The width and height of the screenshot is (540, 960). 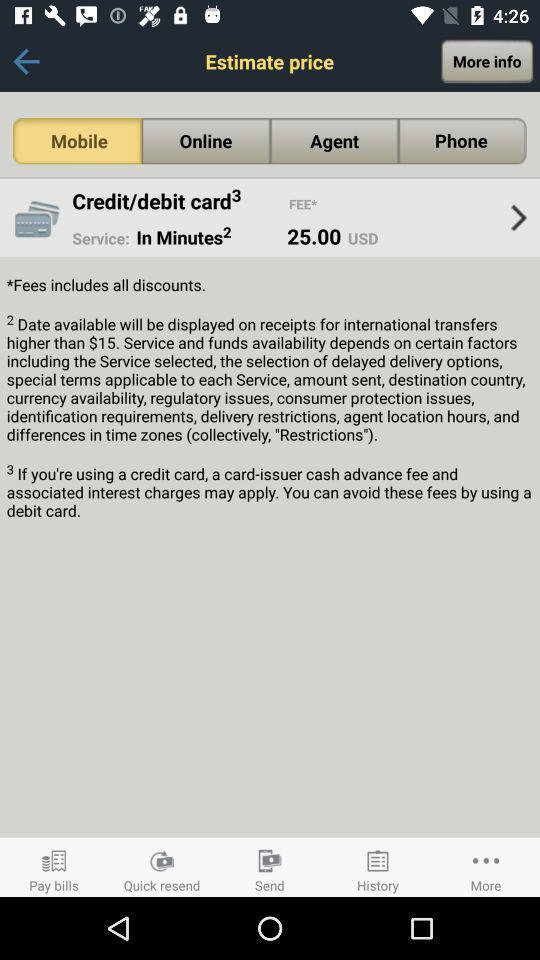 What do you see at coordinates (201, 237) in the screenshot?
I see `app to the left of 25.00 icon` at bounding box center [201, 237].